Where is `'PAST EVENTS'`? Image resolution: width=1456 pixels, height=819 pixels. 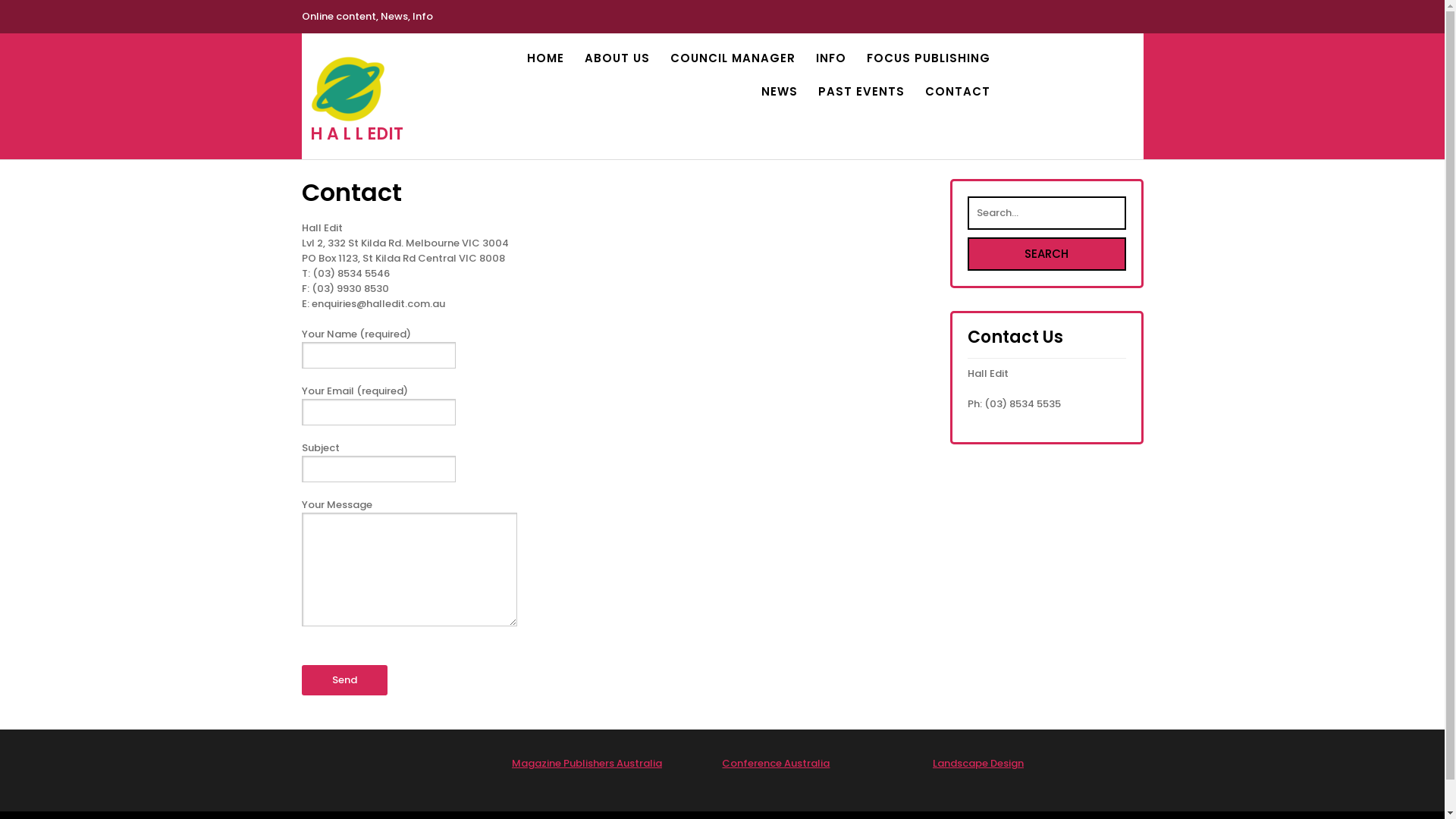 'PAST EVENTS' is located at coordinates (860, 91).